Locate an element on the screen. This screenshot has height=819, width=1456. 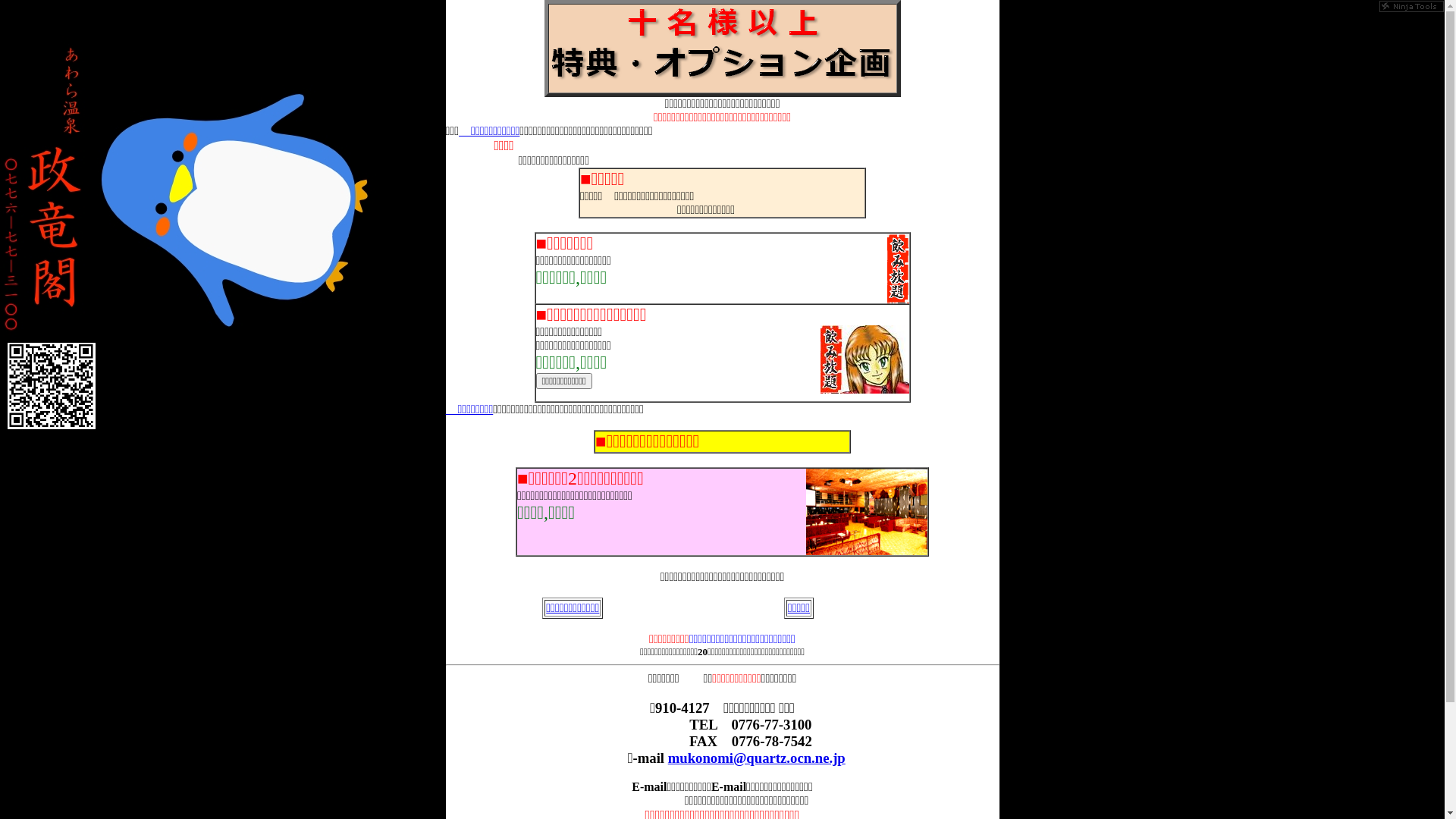
'mukonomi@quartz.ocn.ne.jp' is located at coordinates (667, 758).